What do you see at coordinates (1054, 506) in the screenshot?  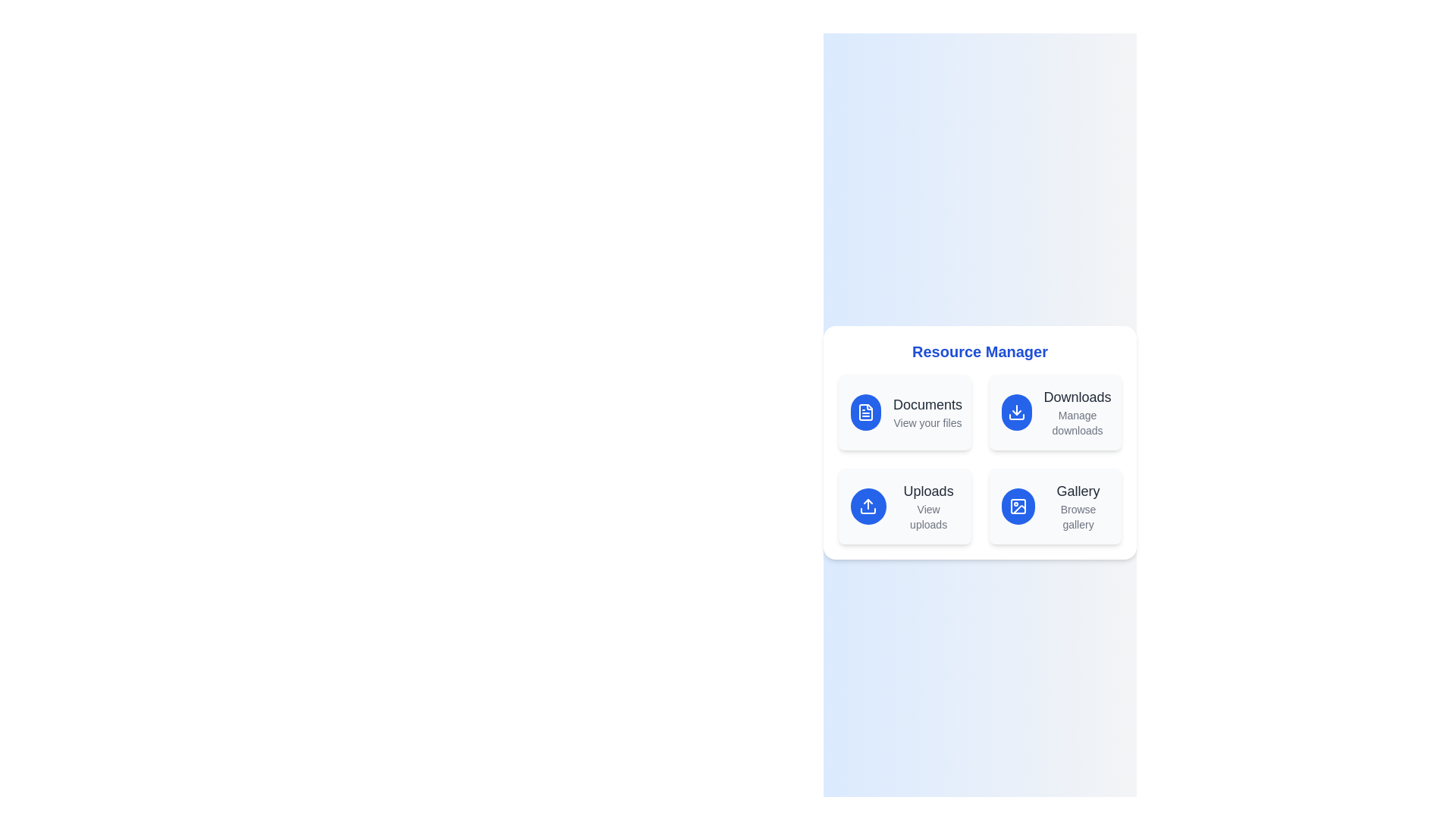 I see `the 'Gallery' option to browse the gallery` at bounding box center [1054, 506].